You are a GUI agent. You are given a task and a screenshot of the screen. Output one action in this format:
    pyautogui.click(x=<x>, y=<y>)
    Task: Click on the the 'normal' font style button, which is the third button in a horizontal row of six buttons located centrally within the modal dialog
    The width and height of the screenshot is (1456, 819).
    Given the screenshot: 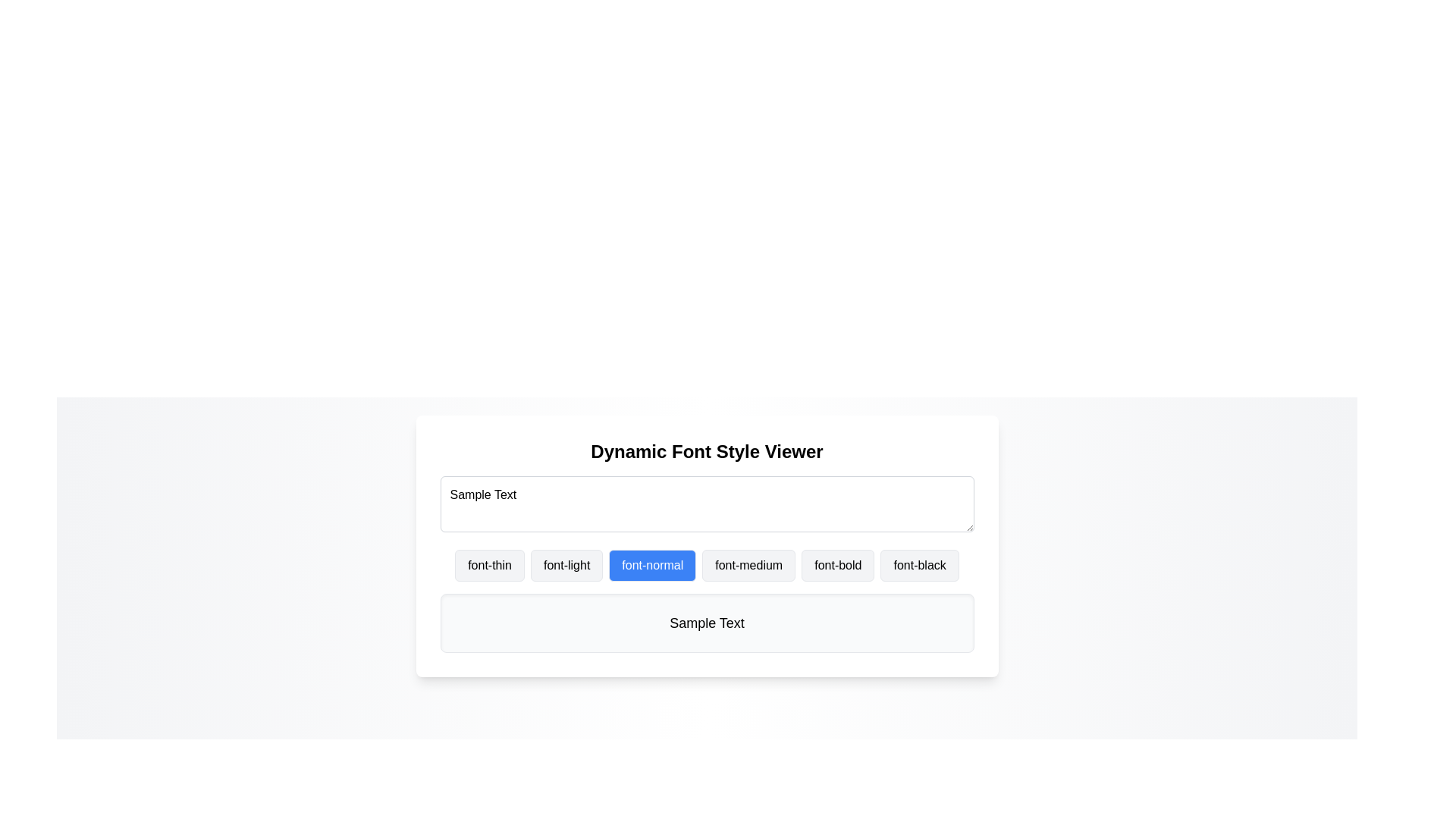 What is the action you would take?
    pyautogui.click(x=706, y=546)
    